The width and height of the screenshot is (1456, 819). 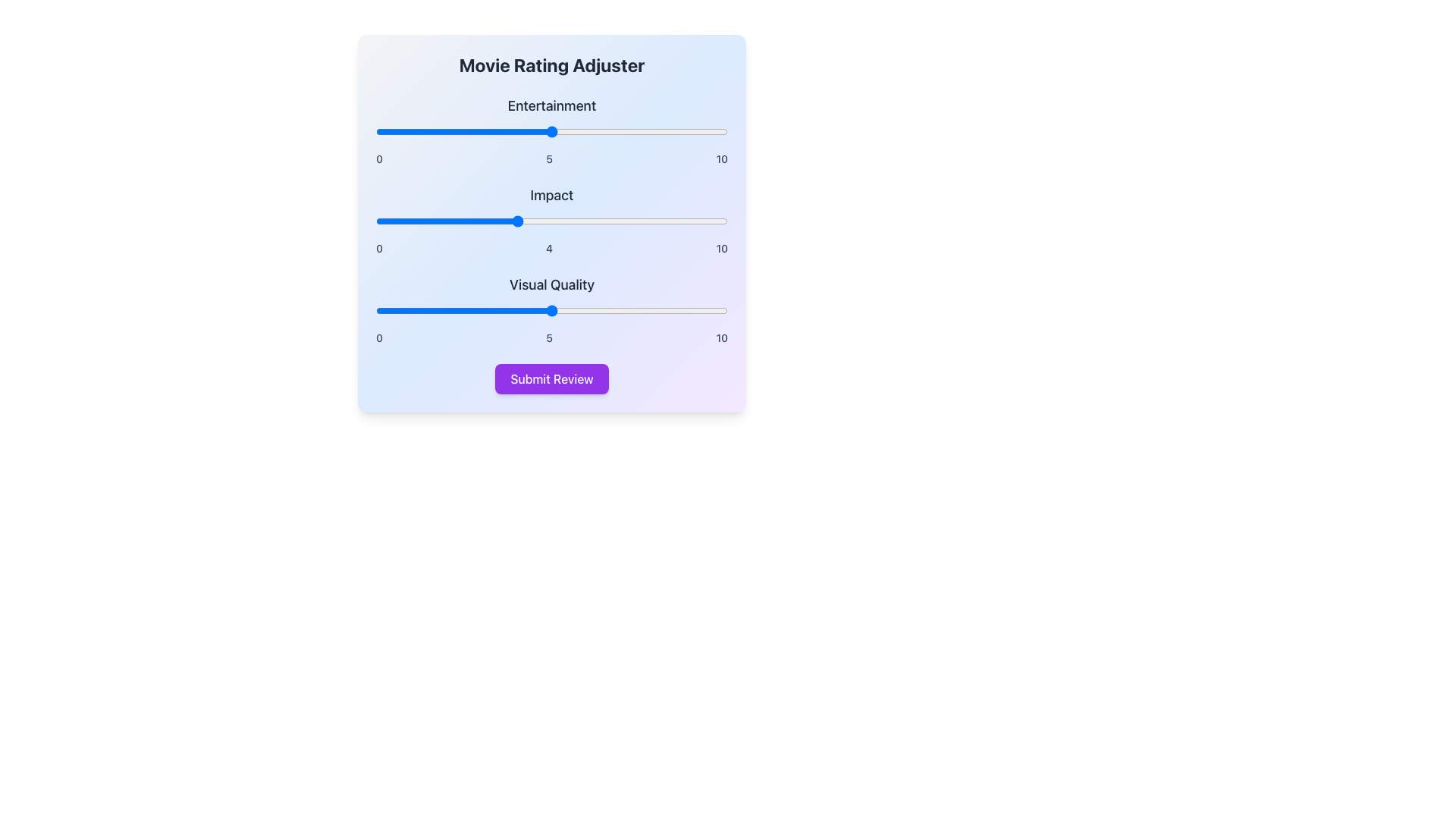 What do you see at coordinates (622, 309) in the screenshot?
I see `the slider` at bounding box center [622, 309].